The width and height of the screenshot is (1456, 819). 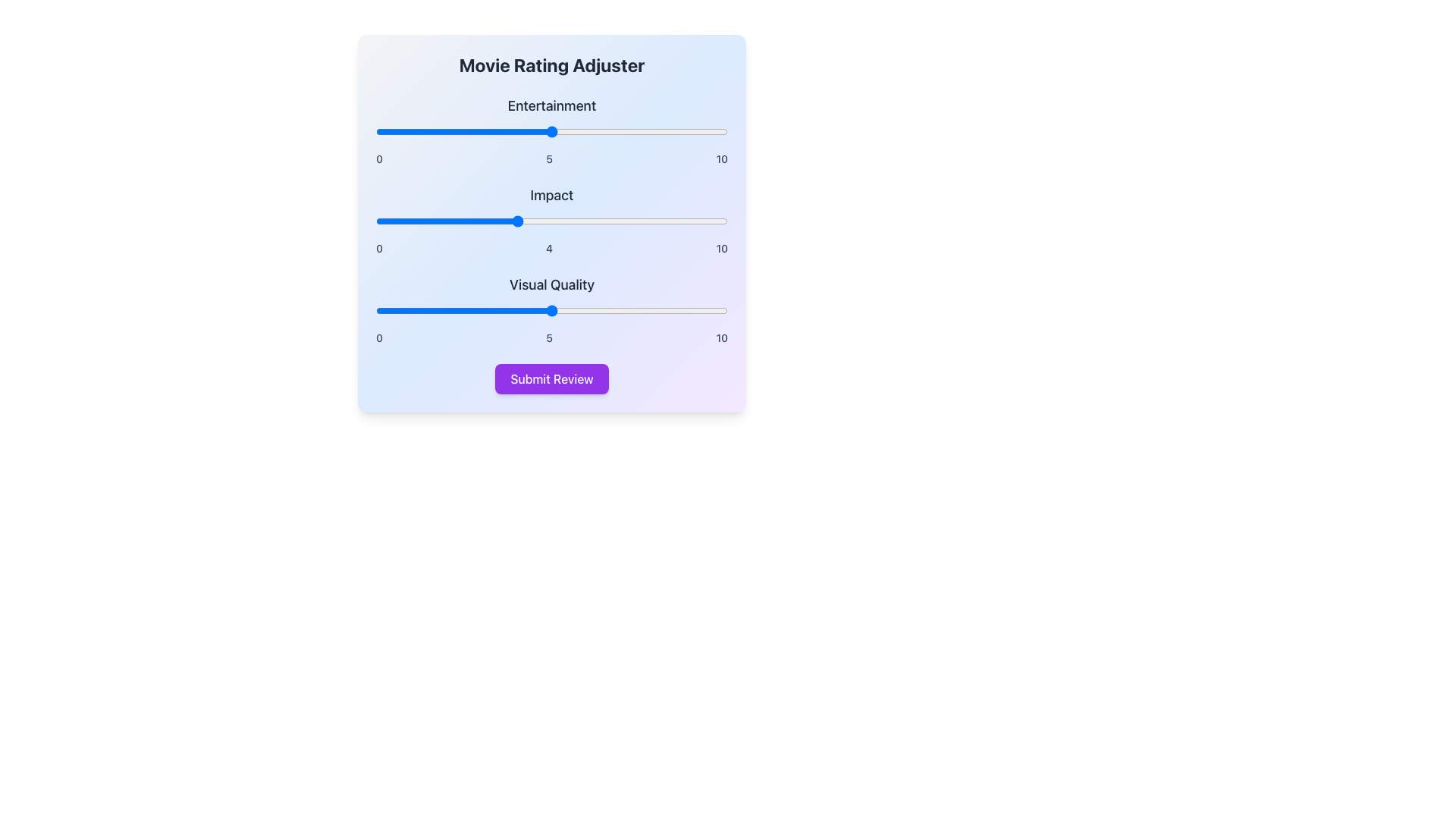 What do you see at coordinates (622, 309) in the screenshot?
I see `the slider` at bounding box center [622, 309].